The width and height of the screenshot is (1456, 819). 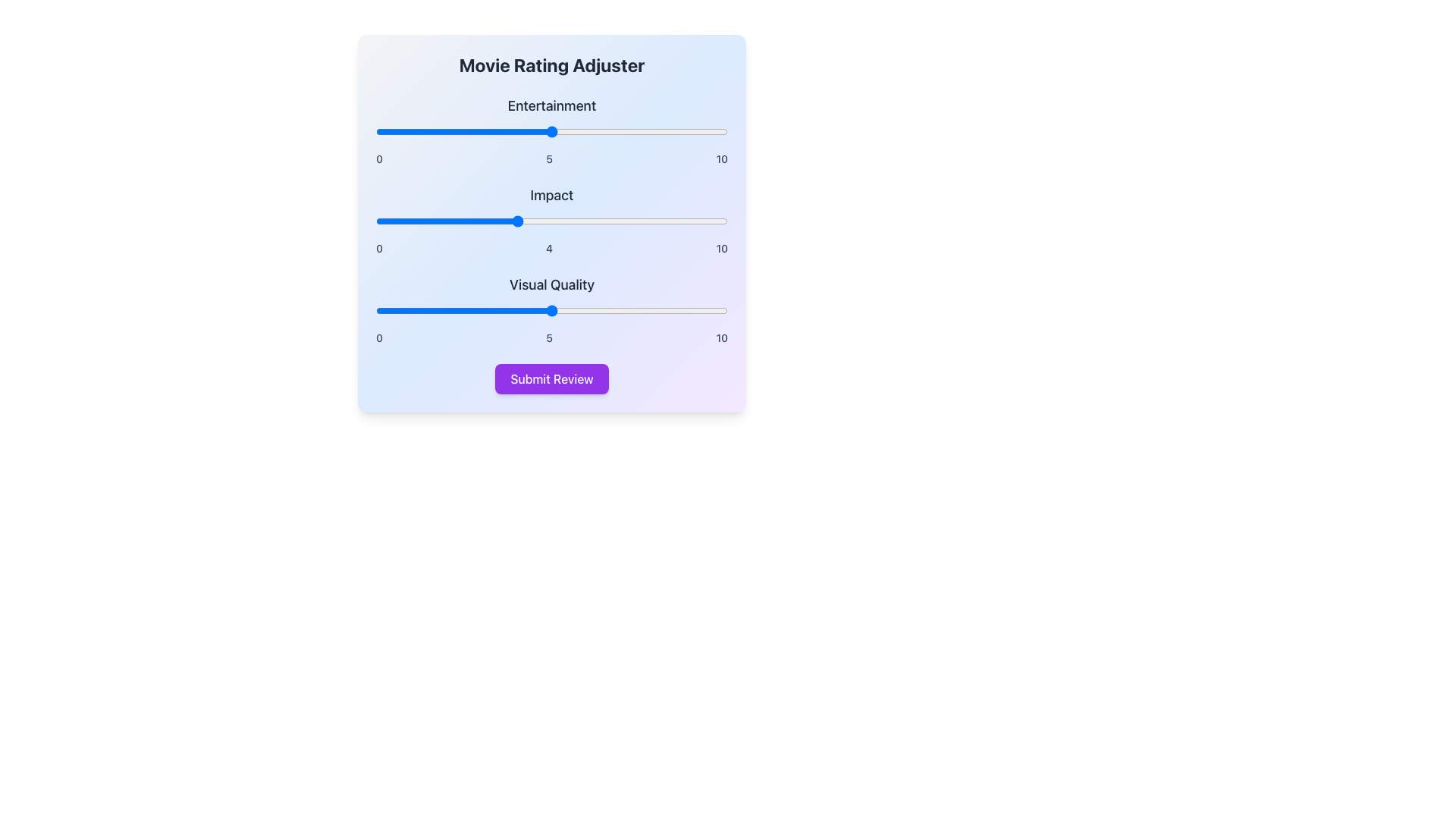 What do you see at coordinates (622, 309) in the screenshot?
I see `the slider` at bounding box center [622, 309].